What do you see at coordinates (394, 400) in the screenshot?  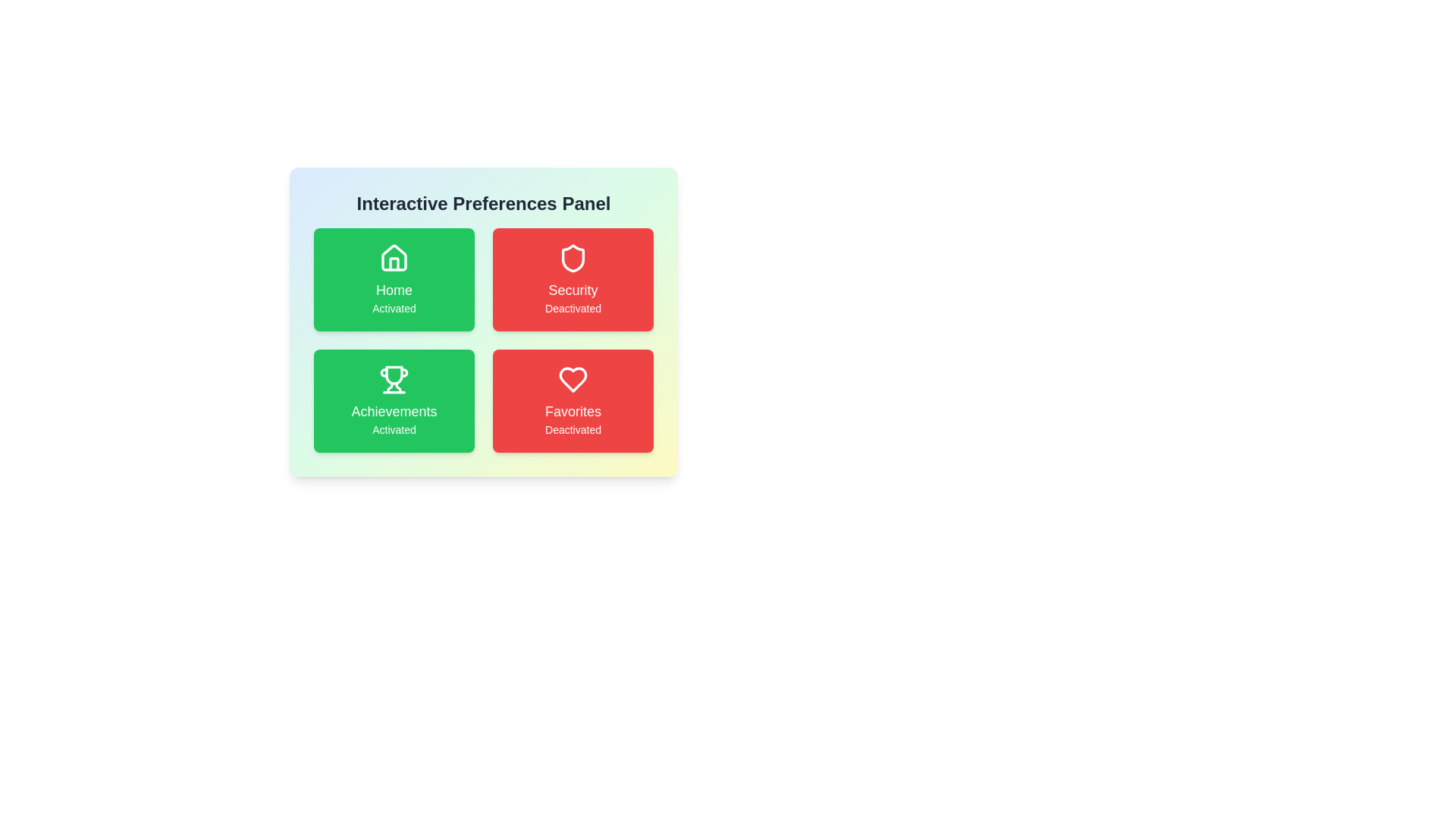 I see `the Achievements card` at bounding box center [394, 400].